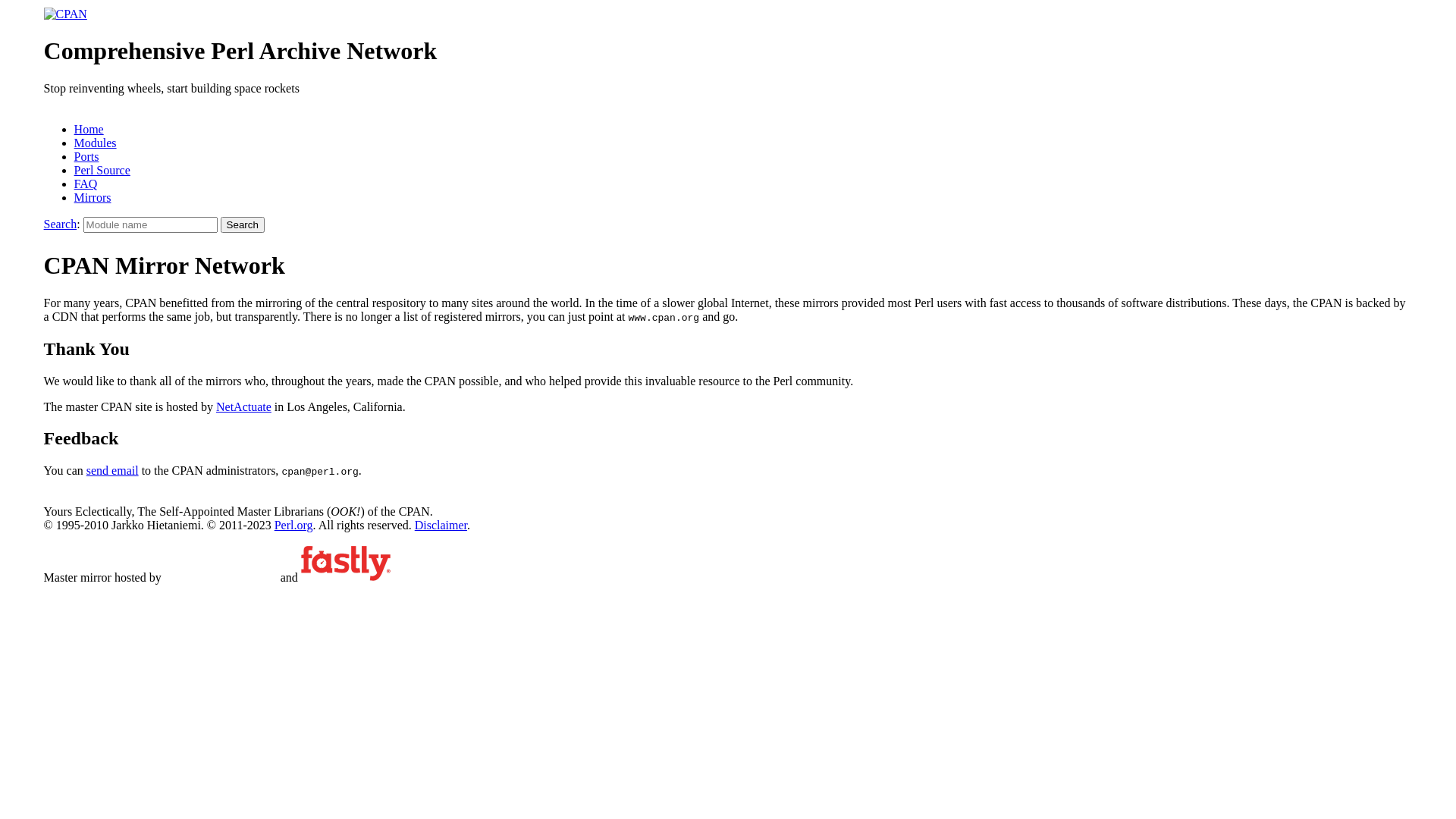 The height and width of the screenshot is (819, 1456). Describe the element at coordinates (94, 143) in the screenshot. I see `'Modules'` at that location.